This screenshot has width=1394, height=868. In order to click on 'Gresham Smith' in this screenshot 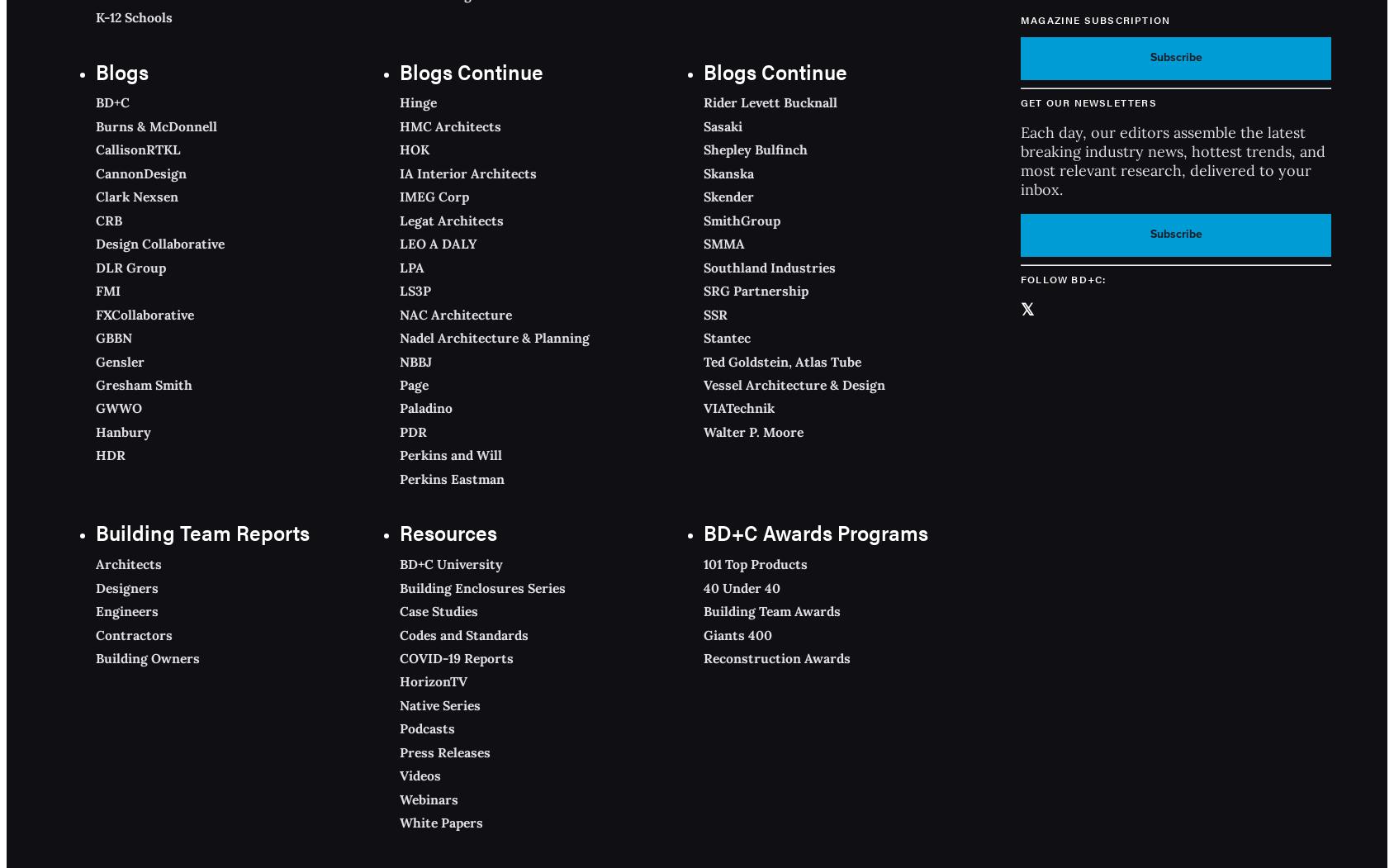, I will do `click(95, 384)`.